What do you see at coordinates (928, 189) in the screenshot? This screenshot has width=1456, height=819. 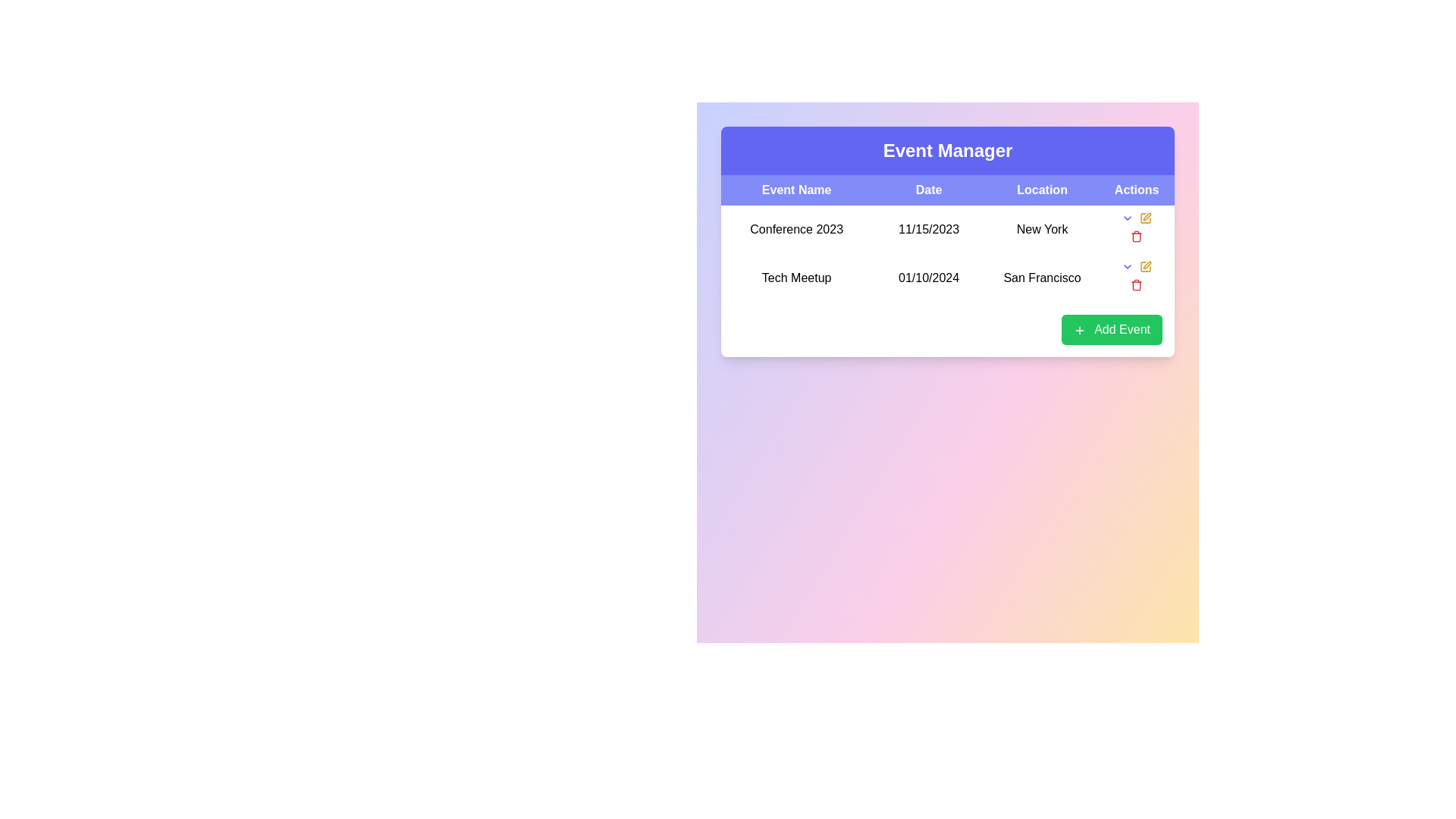 I see `the second header cell in the 'Event Manager' section of the table, which labels the column containing date values for events` at bounding box center [928, 189].